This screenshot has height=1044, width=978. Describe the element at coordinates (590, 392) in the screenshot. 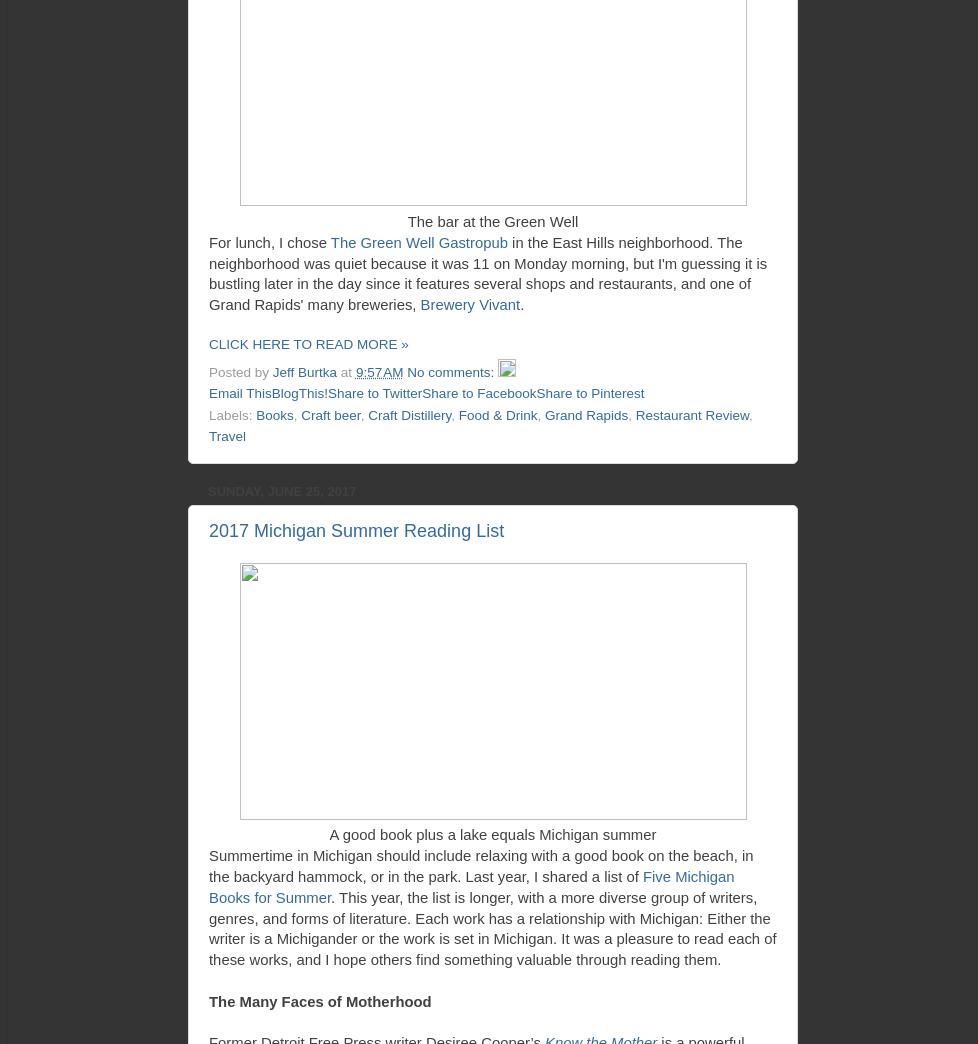

I see `'Share to Pinterest'` at that location.